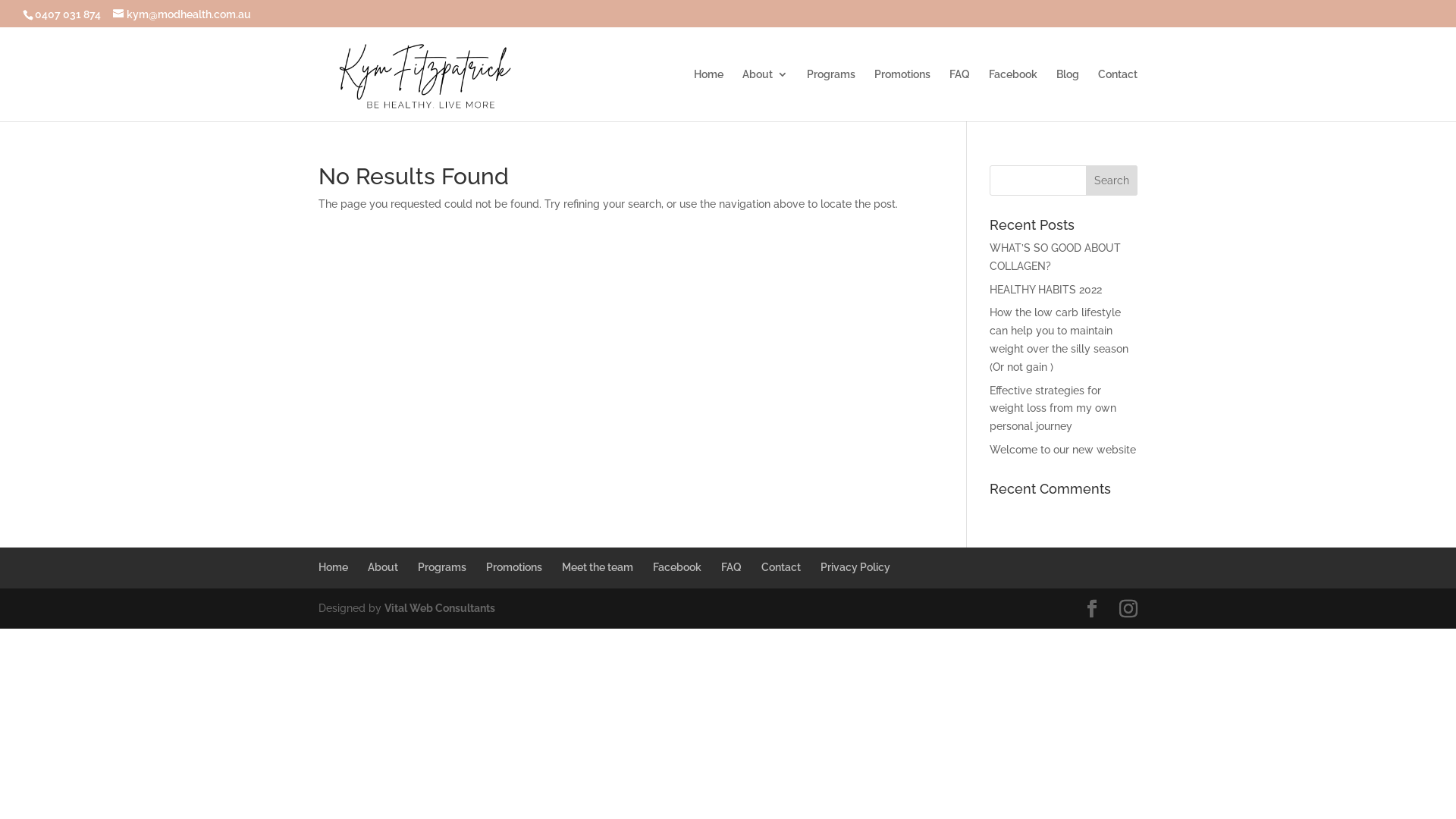  What do you see at coordinates (781, 567) in the screenshot?
I see `'Contact'` at bounding box center [781, 567].